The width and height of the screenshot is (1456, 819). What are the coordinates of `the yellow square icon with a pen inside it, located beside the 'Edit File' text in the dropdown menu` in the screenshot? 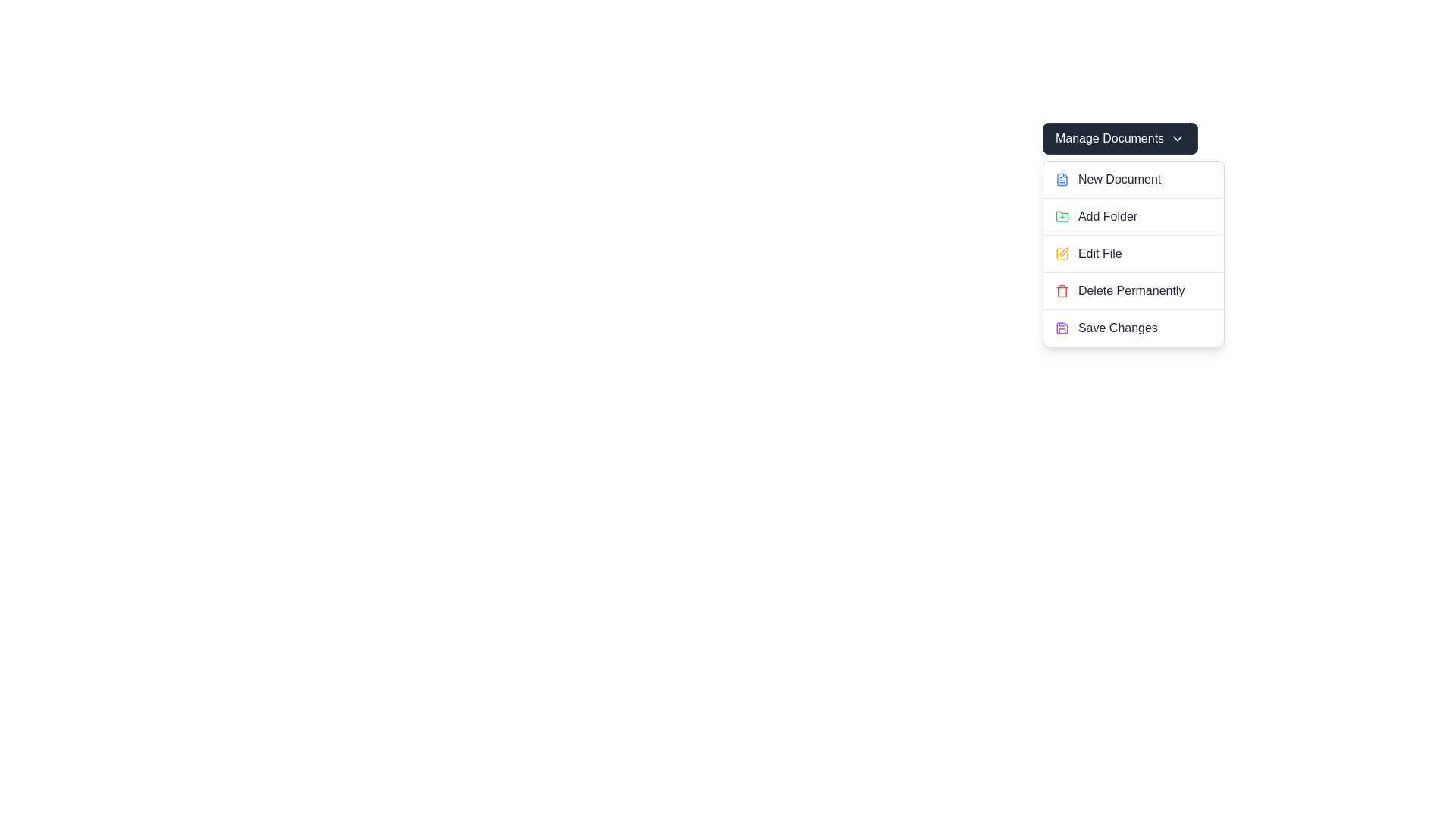 It's located at (1061, 253).